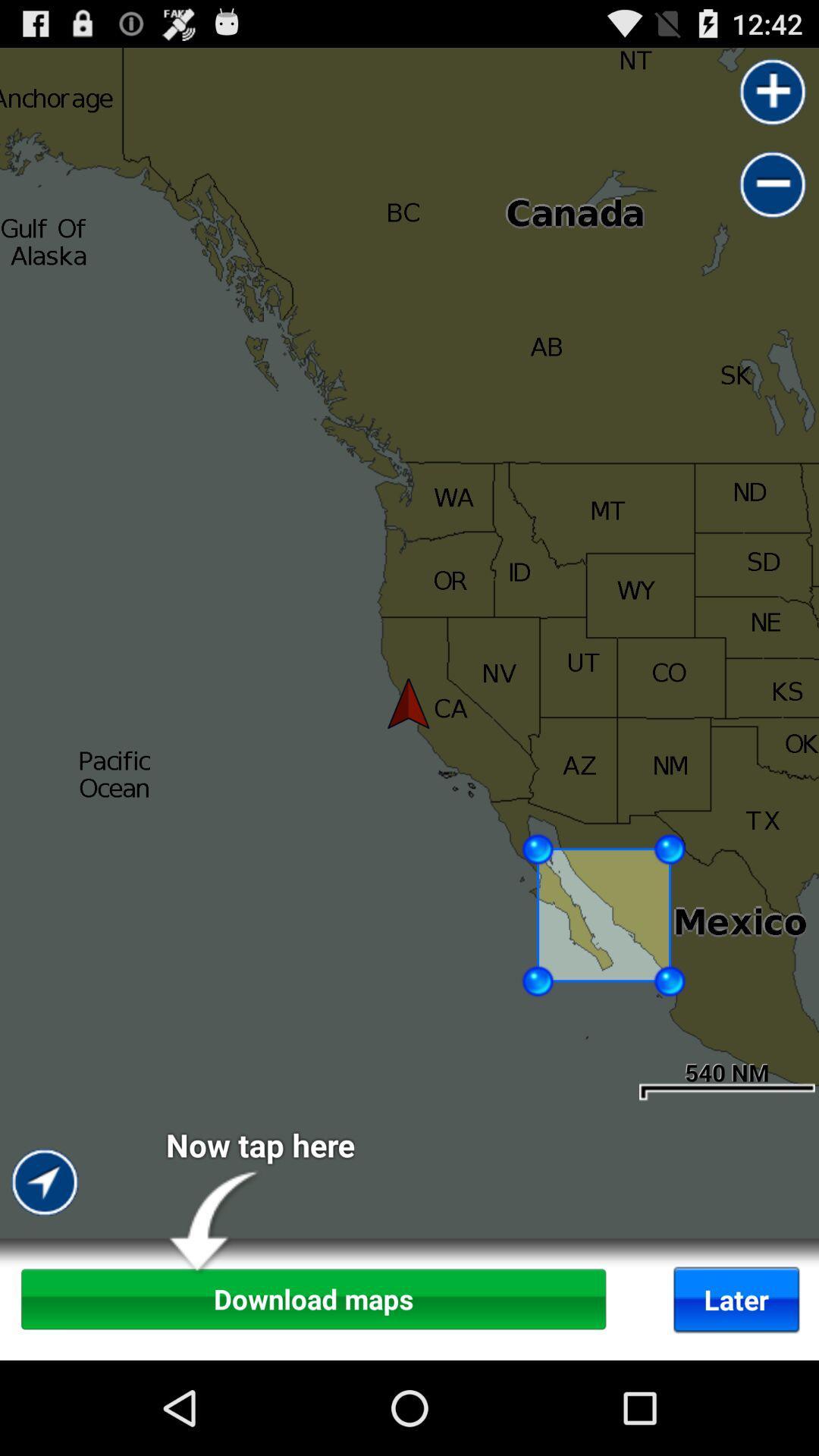 This screenshot has height=1456, width=819. I want to click on the add icon, so click(773, 98).